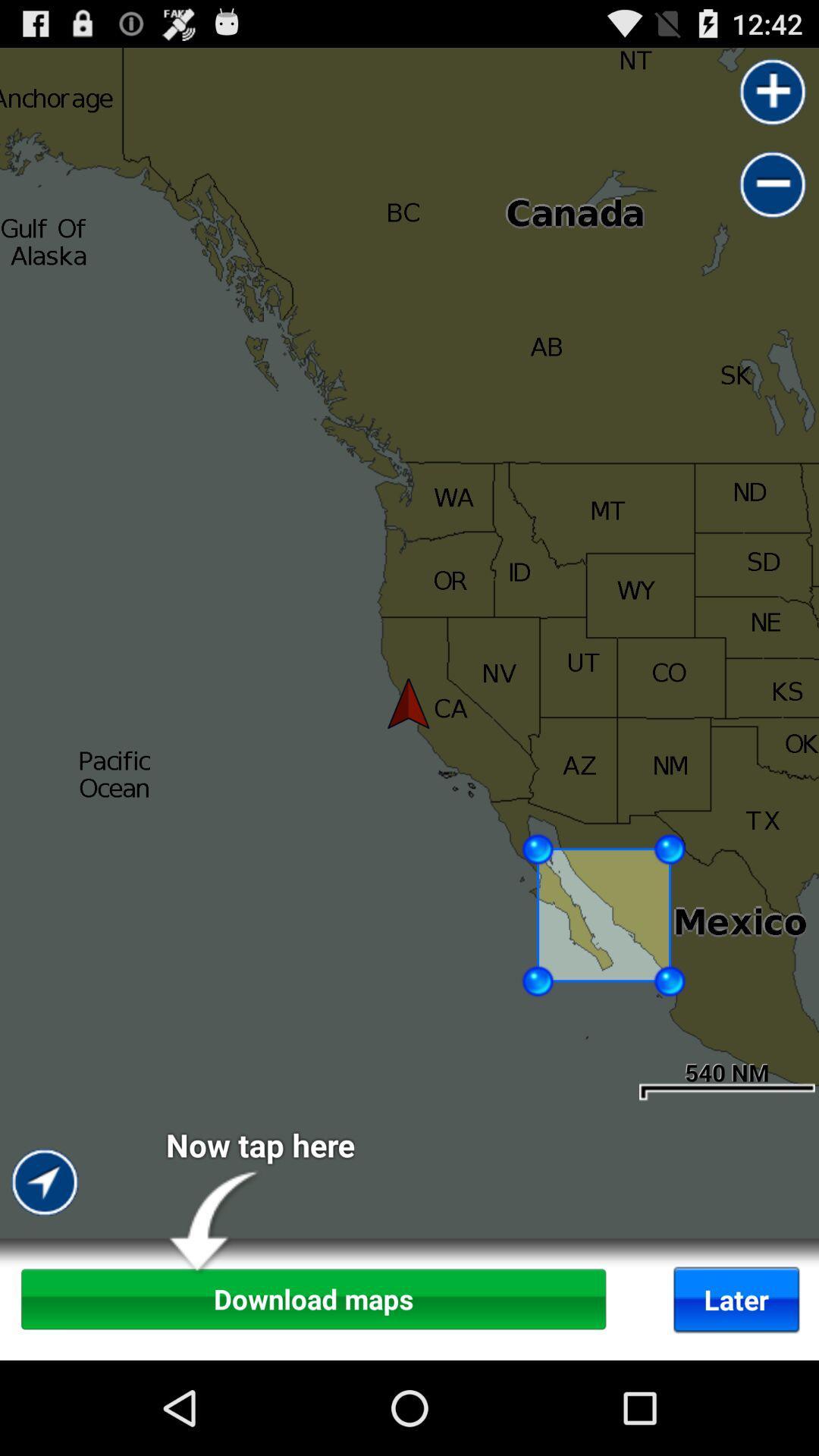 This screenshot has height=1456, width=819. I want to click on the add icon, so click(773, 98).